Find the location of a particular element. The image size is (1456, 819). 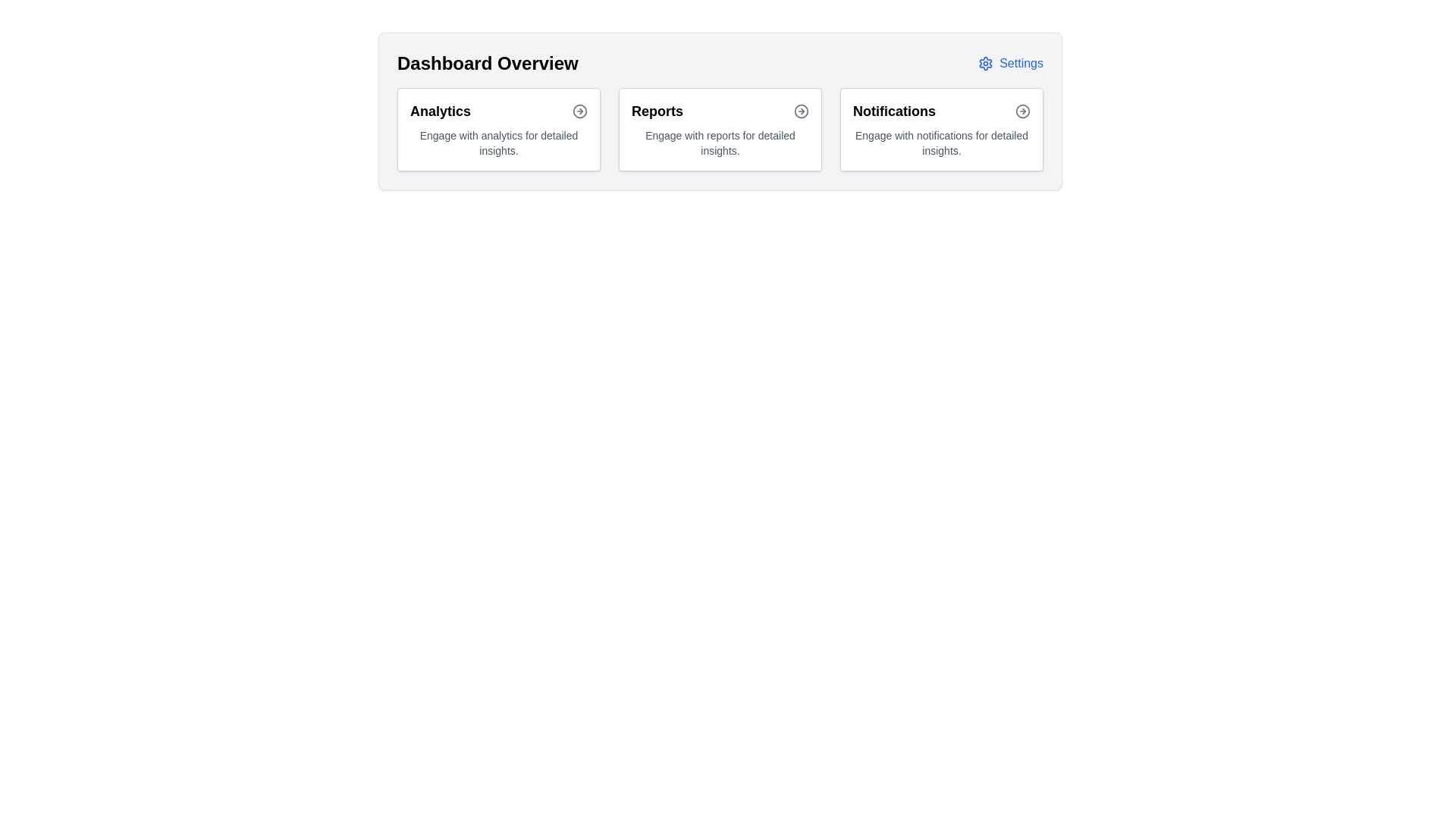

the first interactive card labeled 'Analytics' is located at coordinates (498, 128).